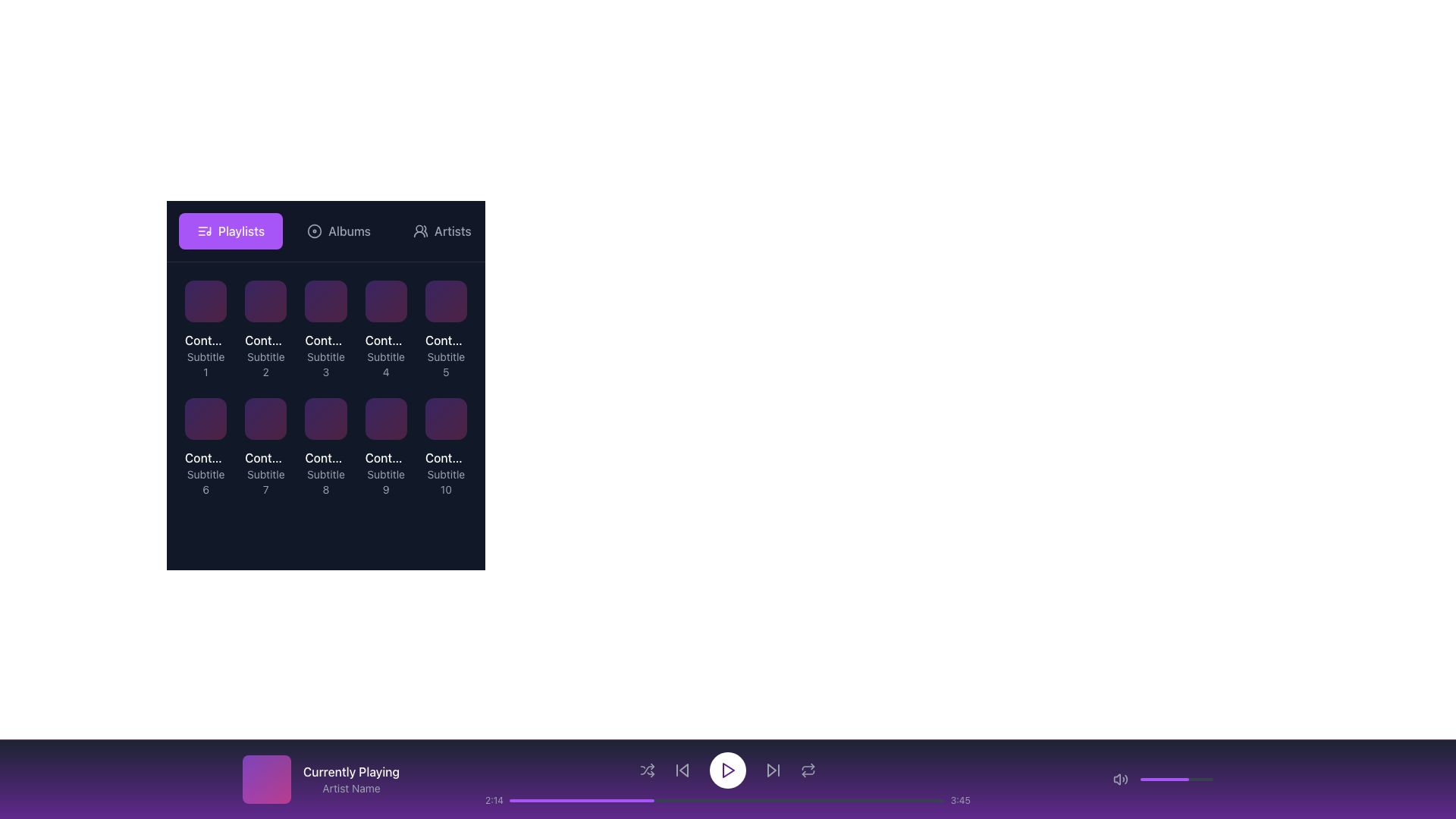 Image resolution: width=1456 pixels, height=819 pixels. I want to click on the 'Albums' tab of the Tab Navigation Bar, which is visually distinct with a darker background and lighter text, located at the top of the list view, so click(325, 231).